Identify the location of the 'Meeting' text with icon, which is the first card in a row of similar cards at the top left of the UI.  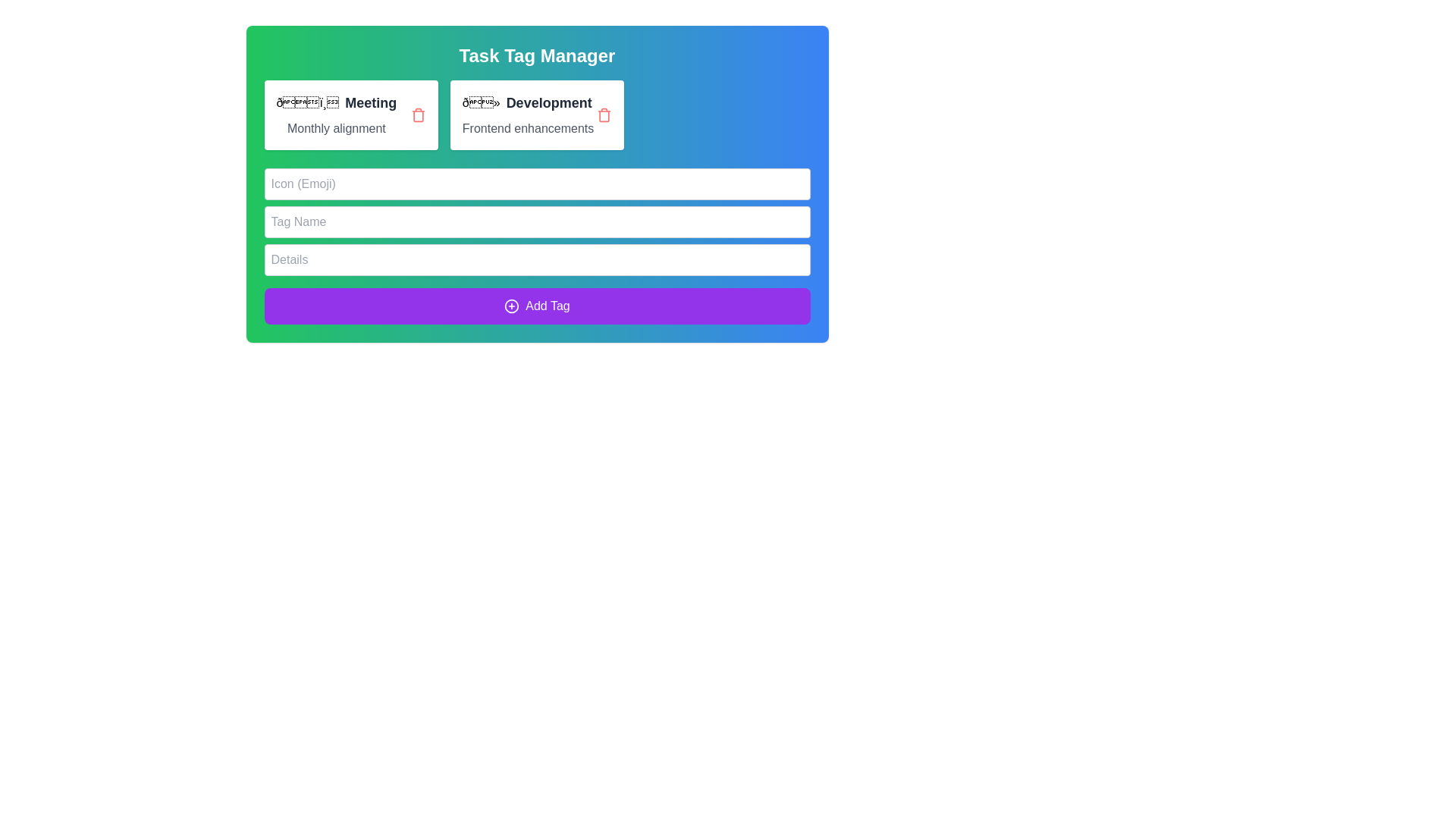
(335, 102).